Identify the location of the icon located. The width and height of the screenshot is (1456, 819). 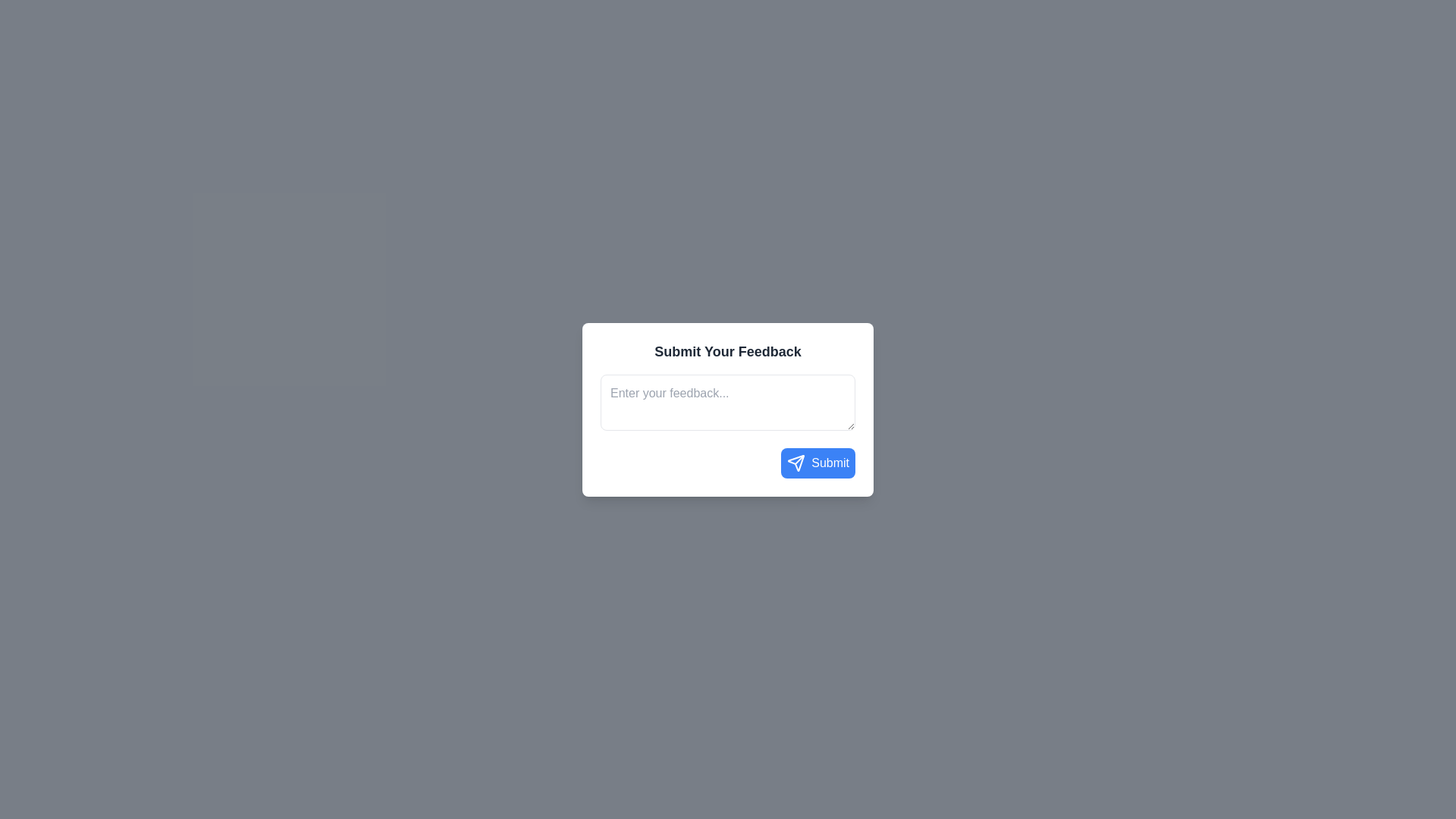
(795, 462).